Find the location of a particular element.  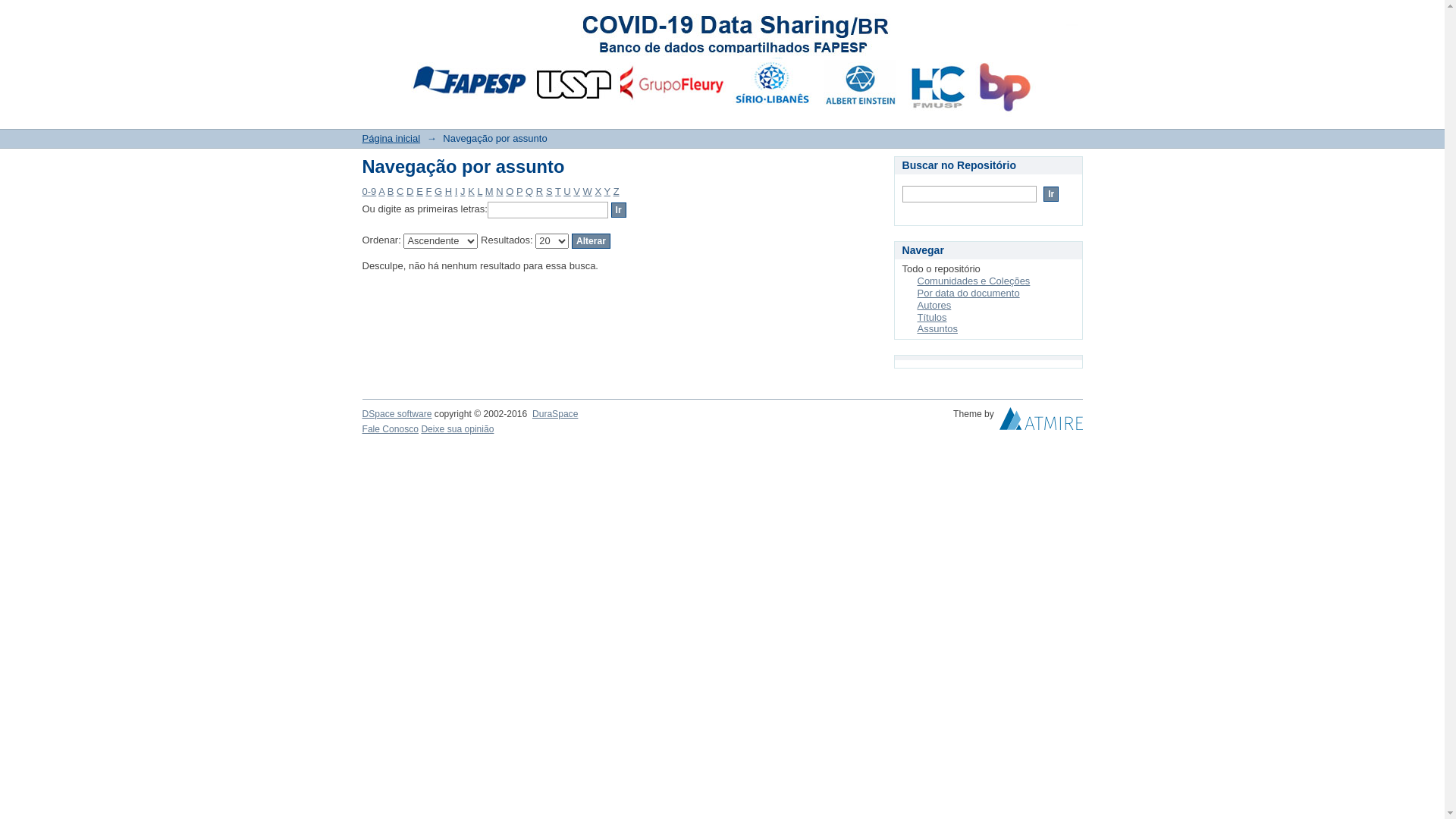

'I' is located at coordinates (454, 190).